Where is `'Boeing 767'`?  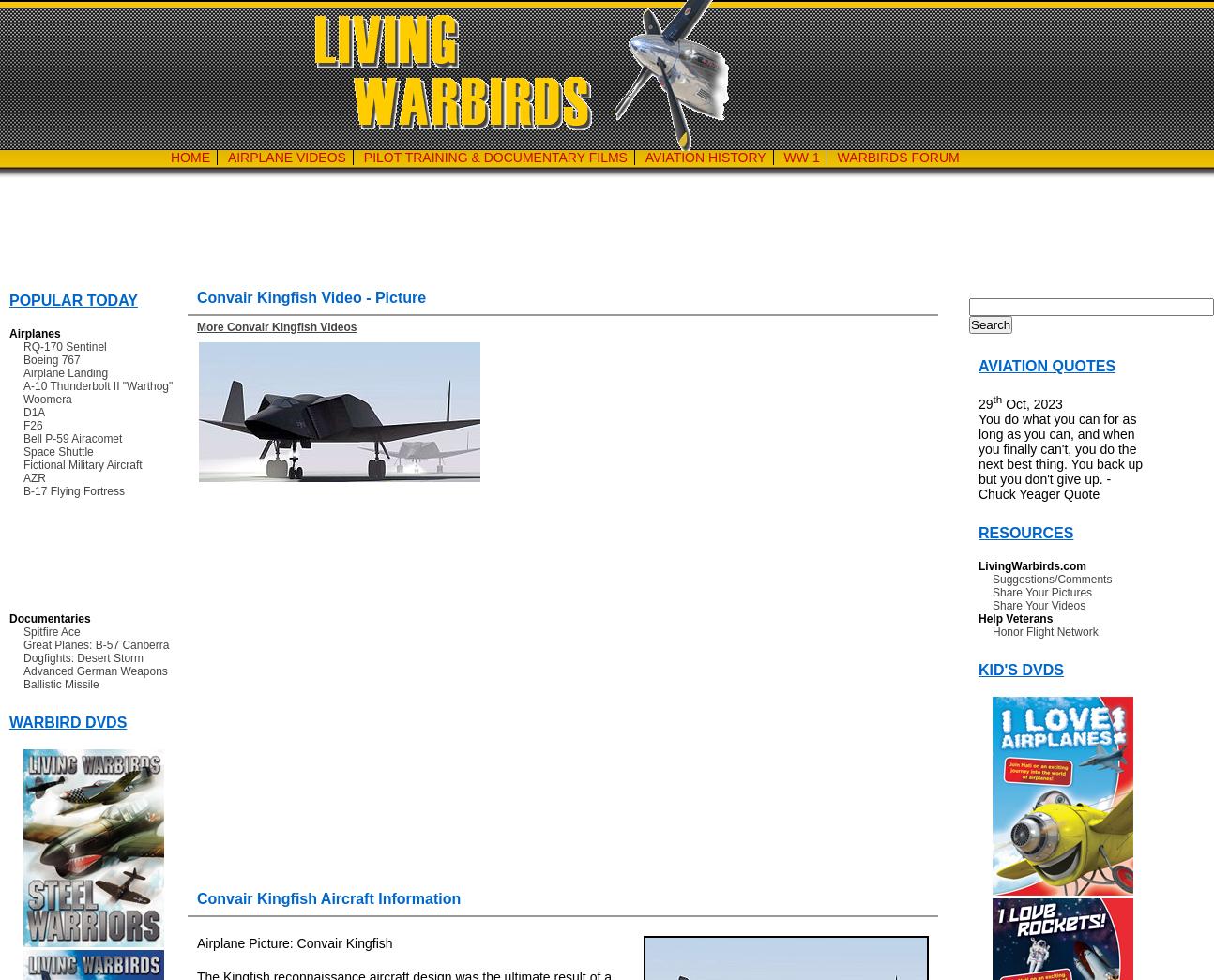
'Boeing 767' is located at coordinates (50, 359).